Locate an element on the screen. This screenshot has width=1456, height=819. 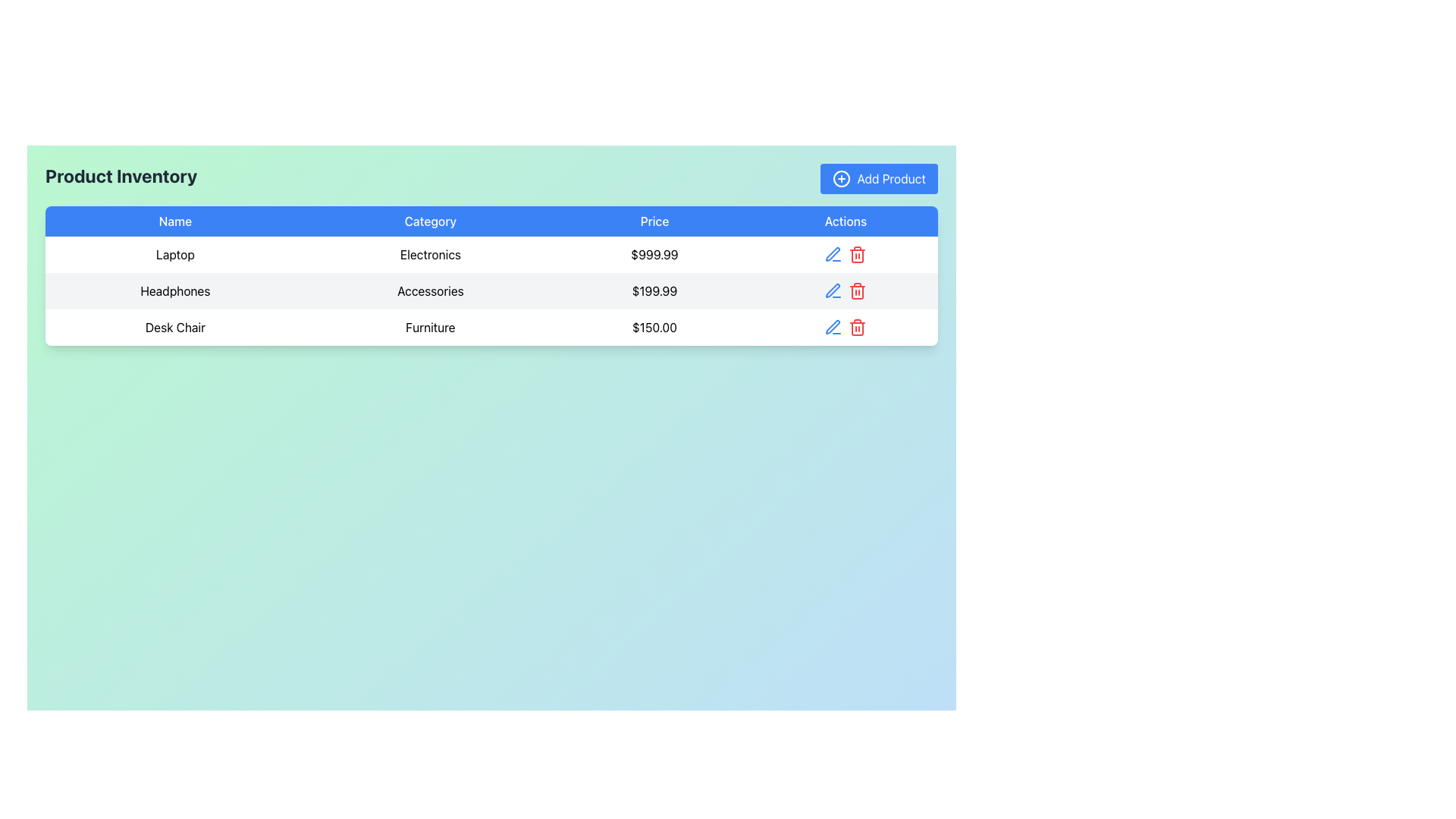
the blue outlined pencil icon in the 'Actions' column of the second row is located at coordinates (832, 326).